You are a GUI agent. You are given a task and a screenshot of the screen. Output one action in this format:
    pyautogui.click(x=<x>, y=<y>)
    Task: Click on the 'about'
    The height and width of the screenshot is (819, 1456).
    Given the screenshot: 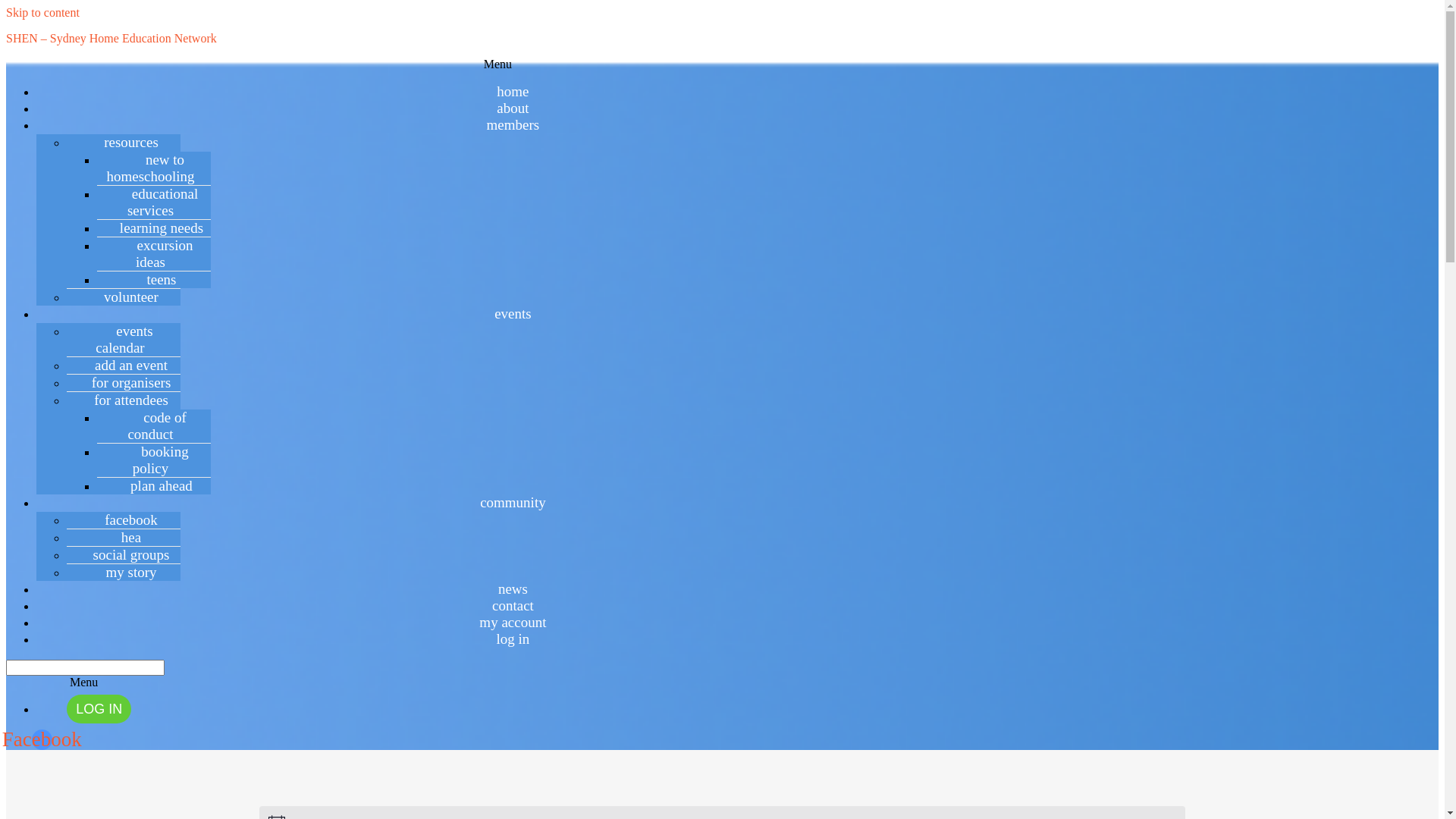 What is the action you would take?
    pyautogui.click(x=513, y=107)
    